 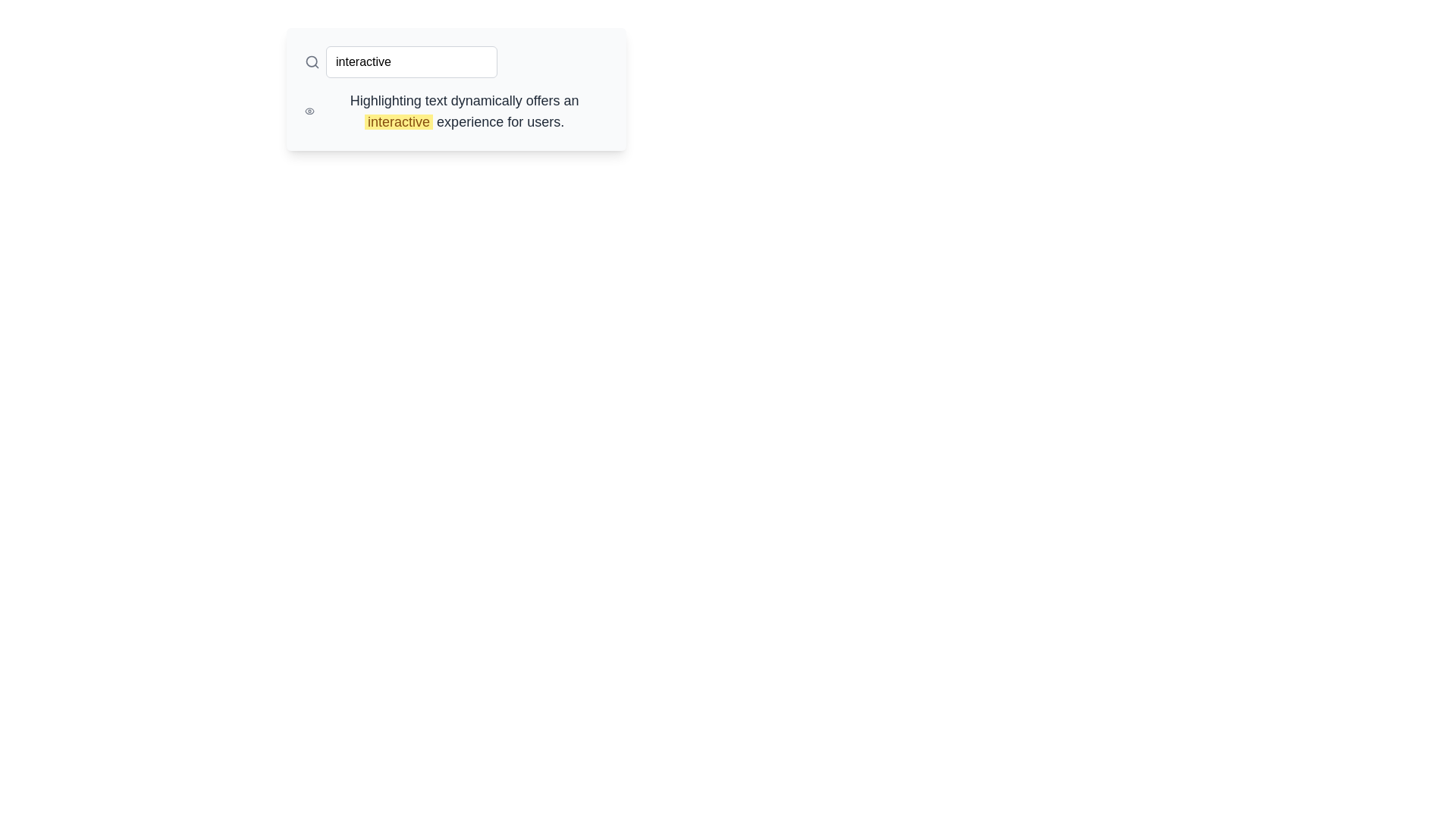 What do you see at coordinates (312, 61) in the screenshot?
I see `the search icon shaped like a magnifying glass, located at the leftmost edge of the horizontal layout` at bounding box center [312, 61].